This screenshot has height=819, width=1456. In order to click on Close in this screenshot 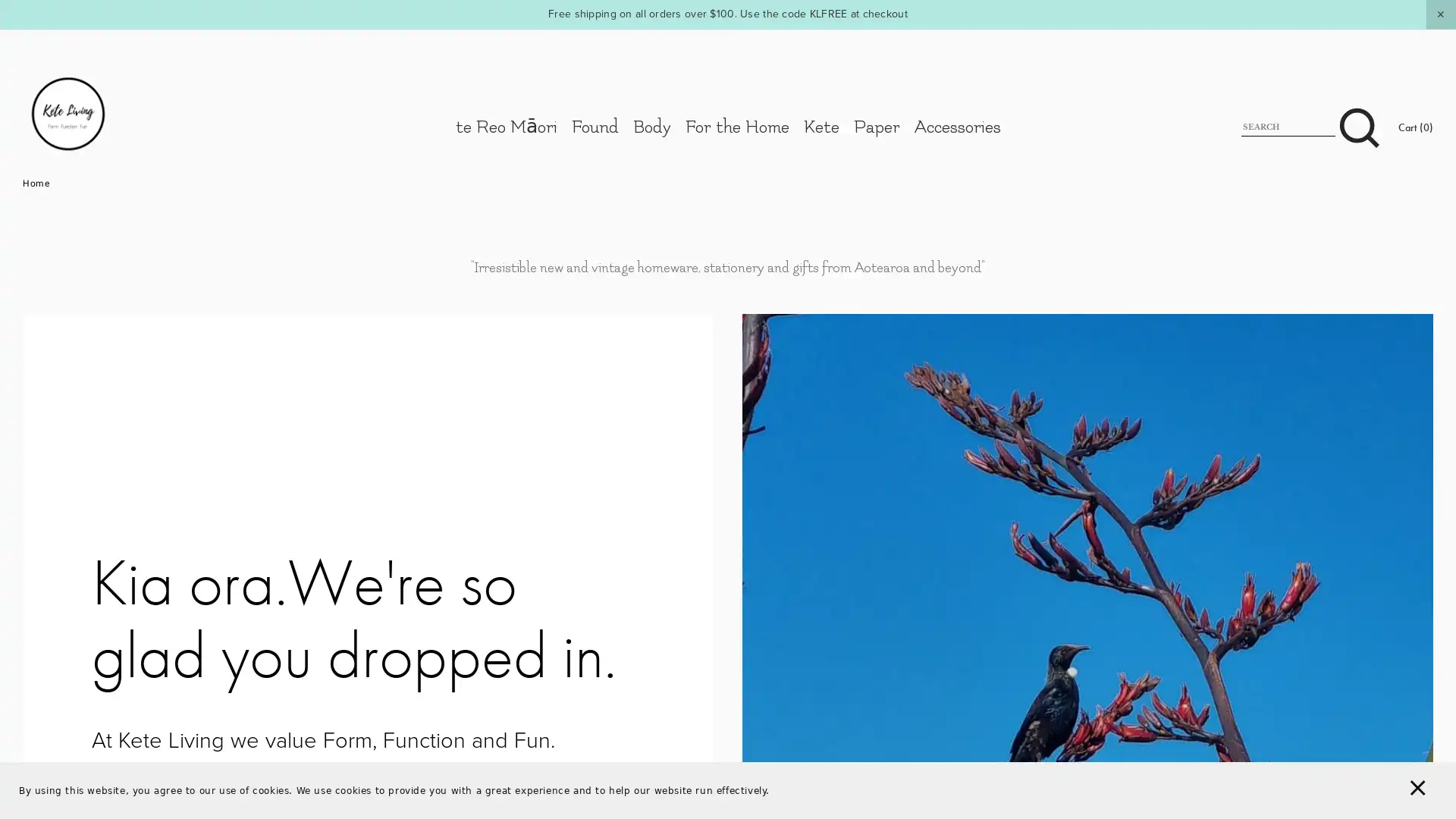, I will do `click(946, 260)`.